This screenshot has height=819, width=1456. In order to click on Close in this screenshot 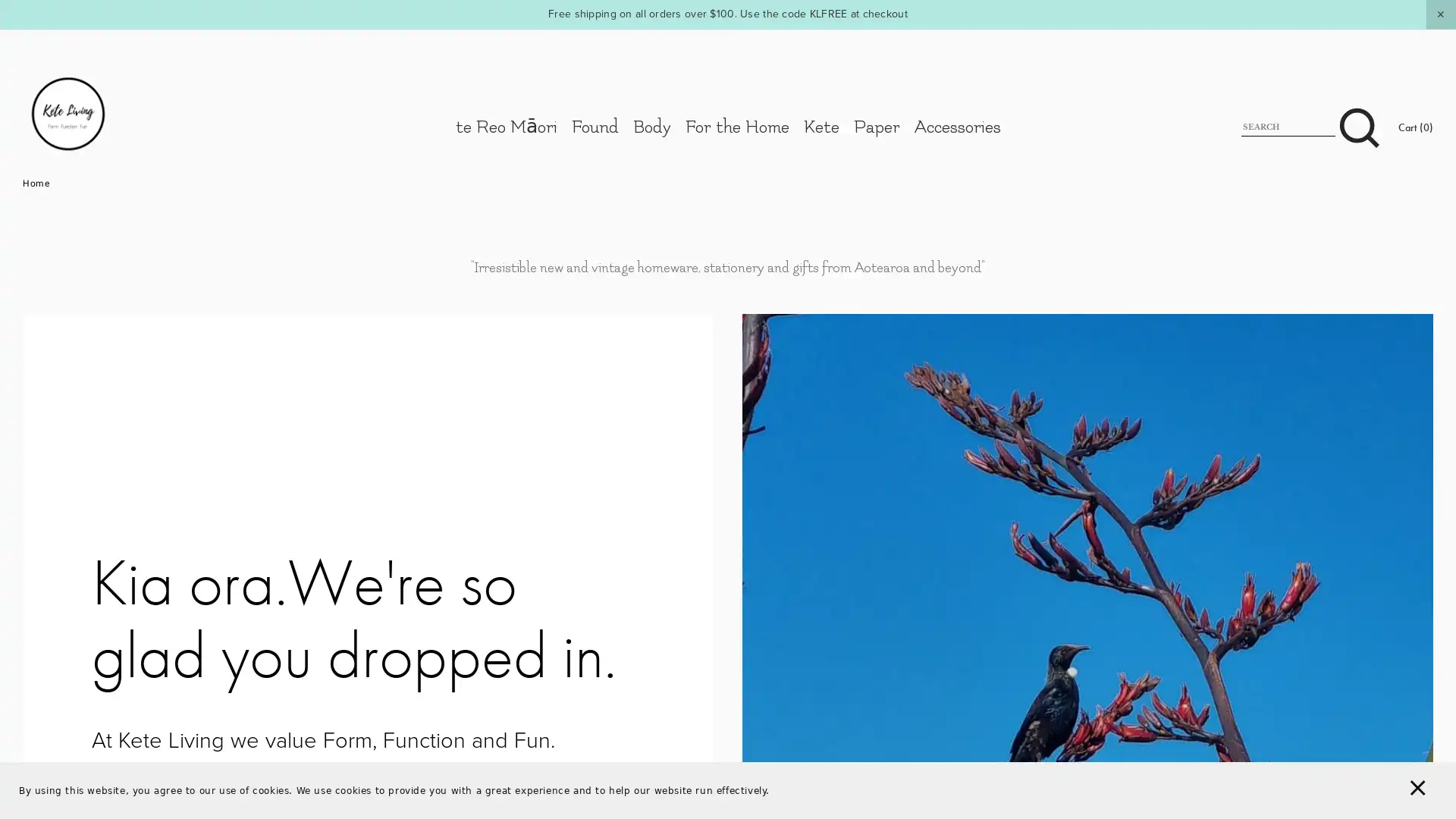, I will do `click(946, 260)`.